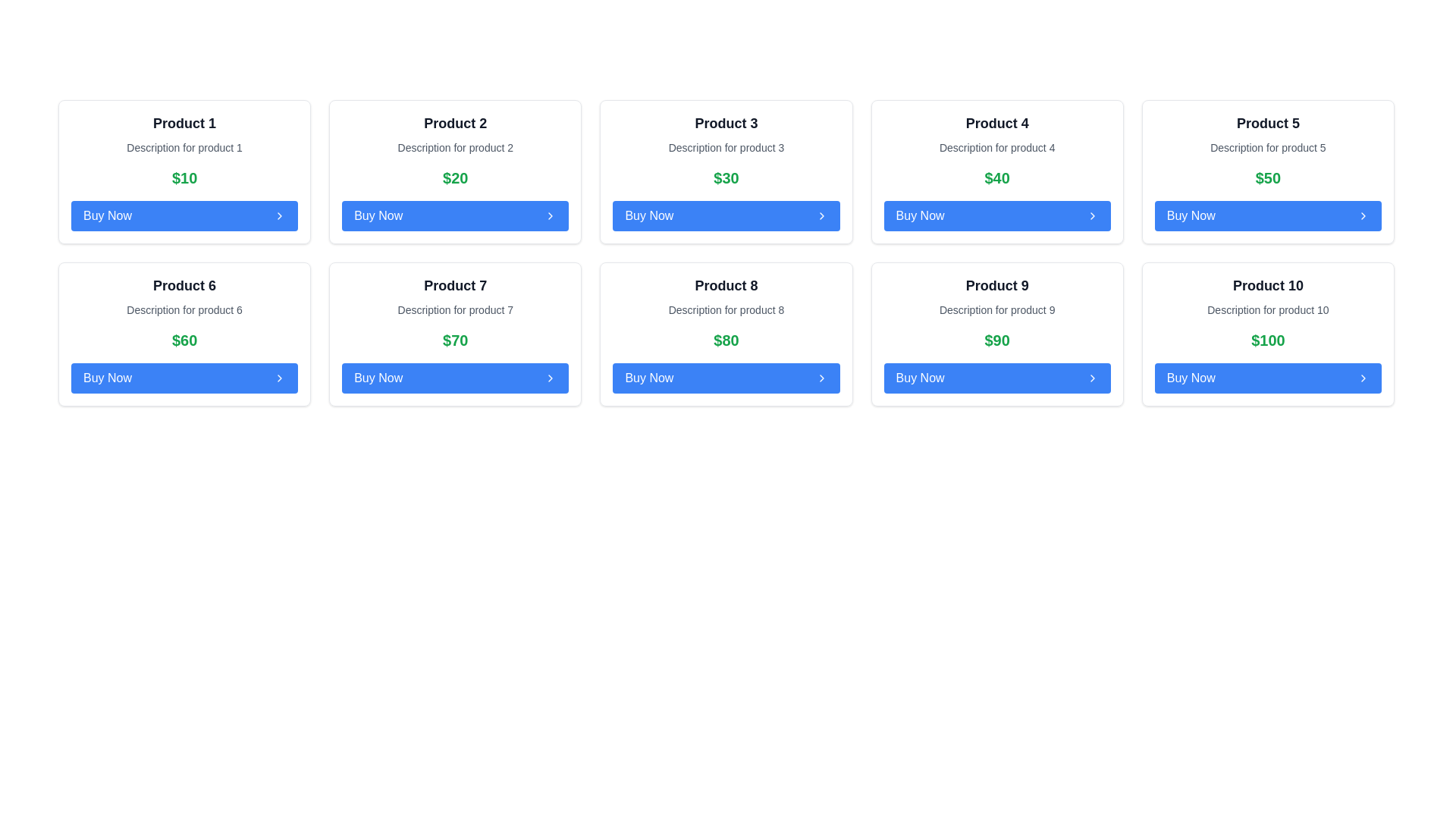 This screenshot has width=1456, height=819. What do you see at coordinates (1363, 377) in the screenshot?
I see `the chevron icon located at the bottom-right corner of the 'Buy Now' button for 'Product 10'` at bounding box center [1363, 377].